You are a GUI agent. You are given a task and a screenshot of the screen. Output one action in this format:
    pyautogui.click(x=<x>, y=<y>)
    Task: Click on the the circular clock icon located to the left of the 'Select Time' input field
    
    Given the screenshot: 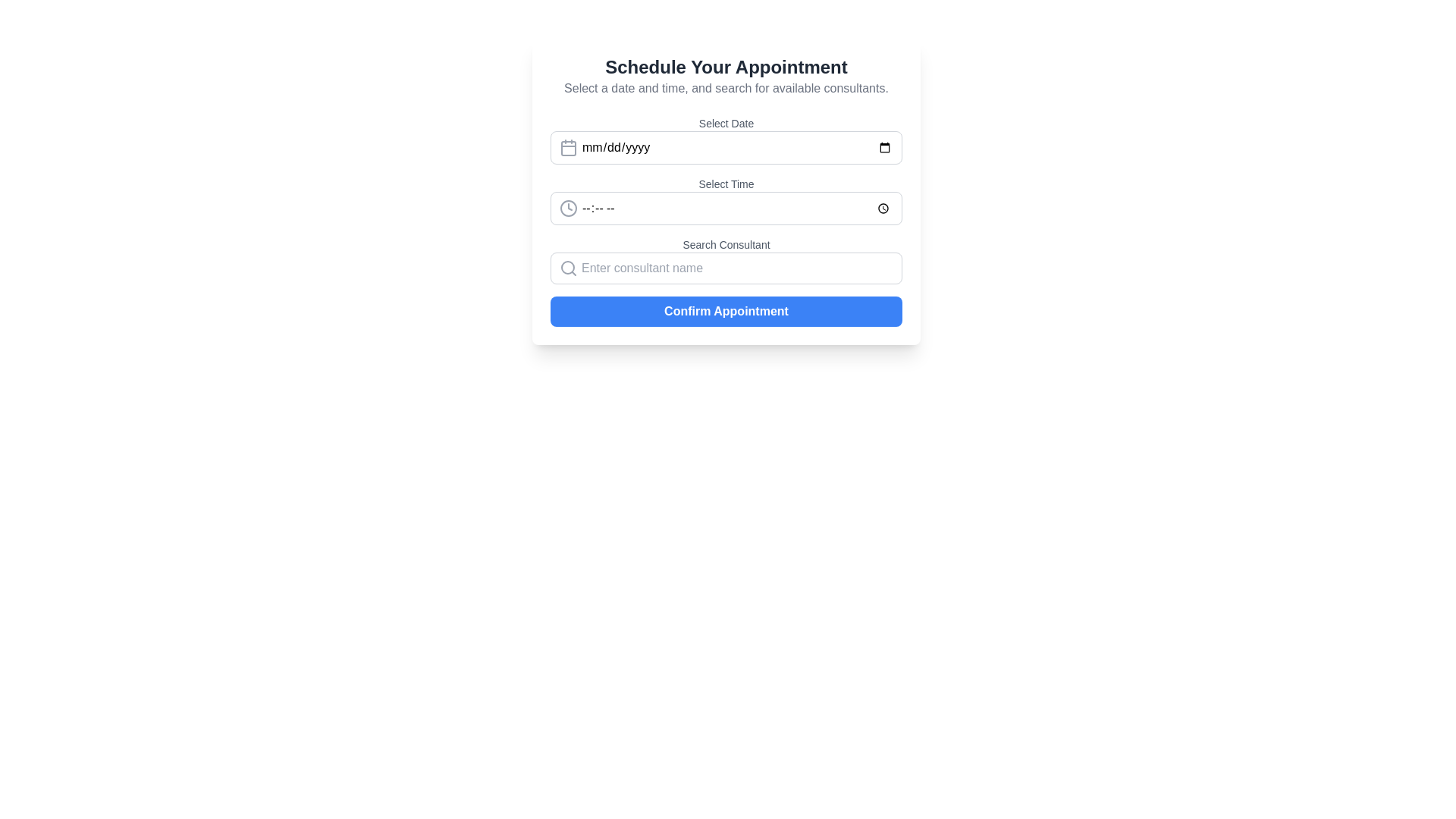 What is the action you would take?
    pyautogui.click(x=567, y=208)
    